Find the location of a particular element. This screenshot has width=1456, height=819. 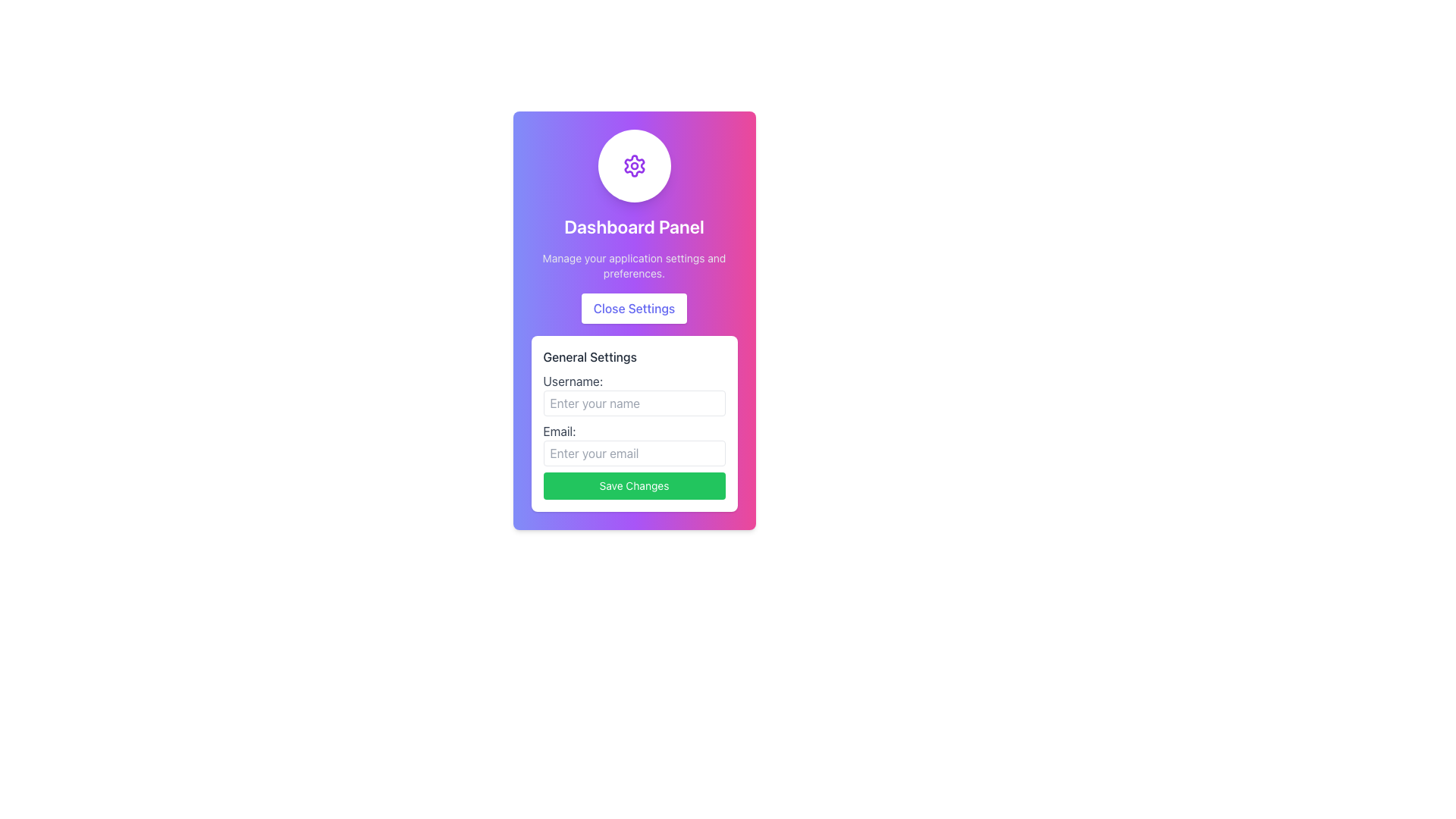

the 'Save Changes' button with a bright green background and white text located at the bottom of the 'General Settings' card on the Dashboard Panel to change its background color is located at coordinates (634, 485).